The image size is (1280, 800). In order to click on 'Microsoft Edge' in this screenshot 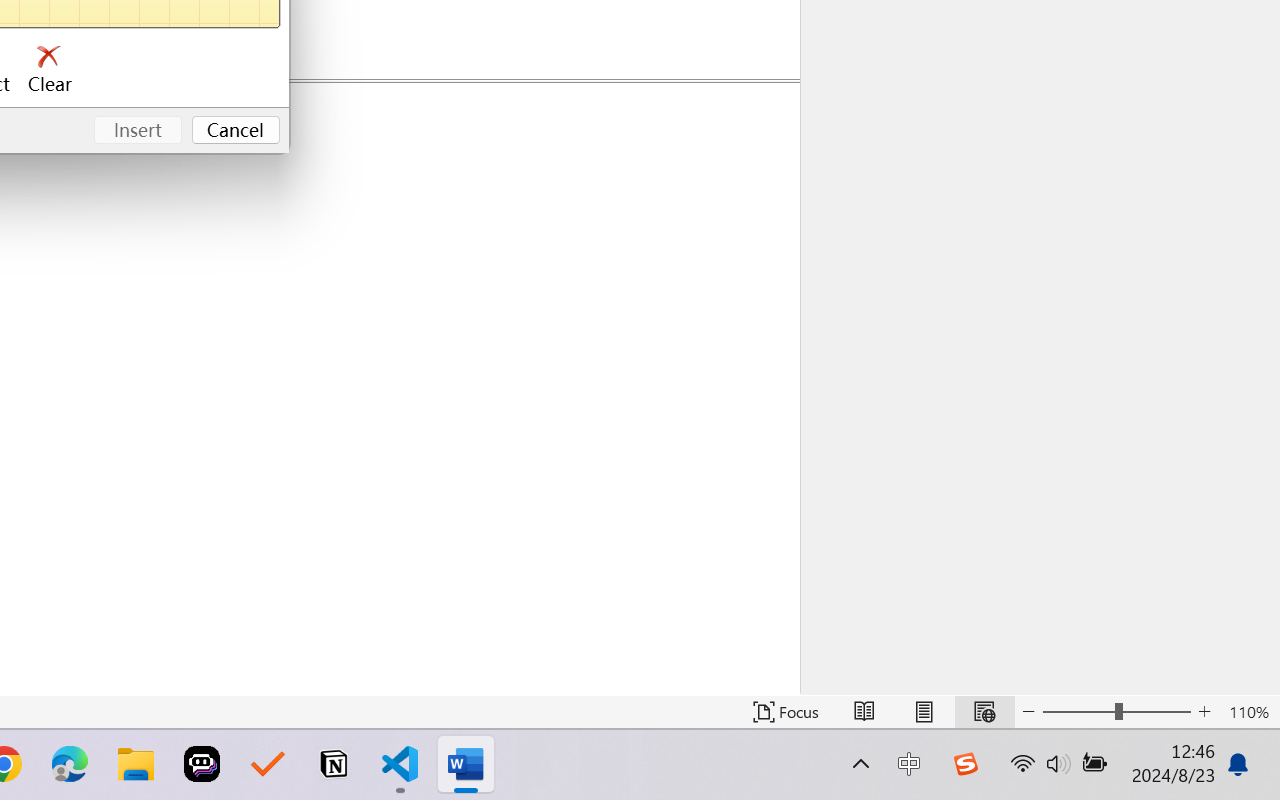, I will do `click(69, 764)`.